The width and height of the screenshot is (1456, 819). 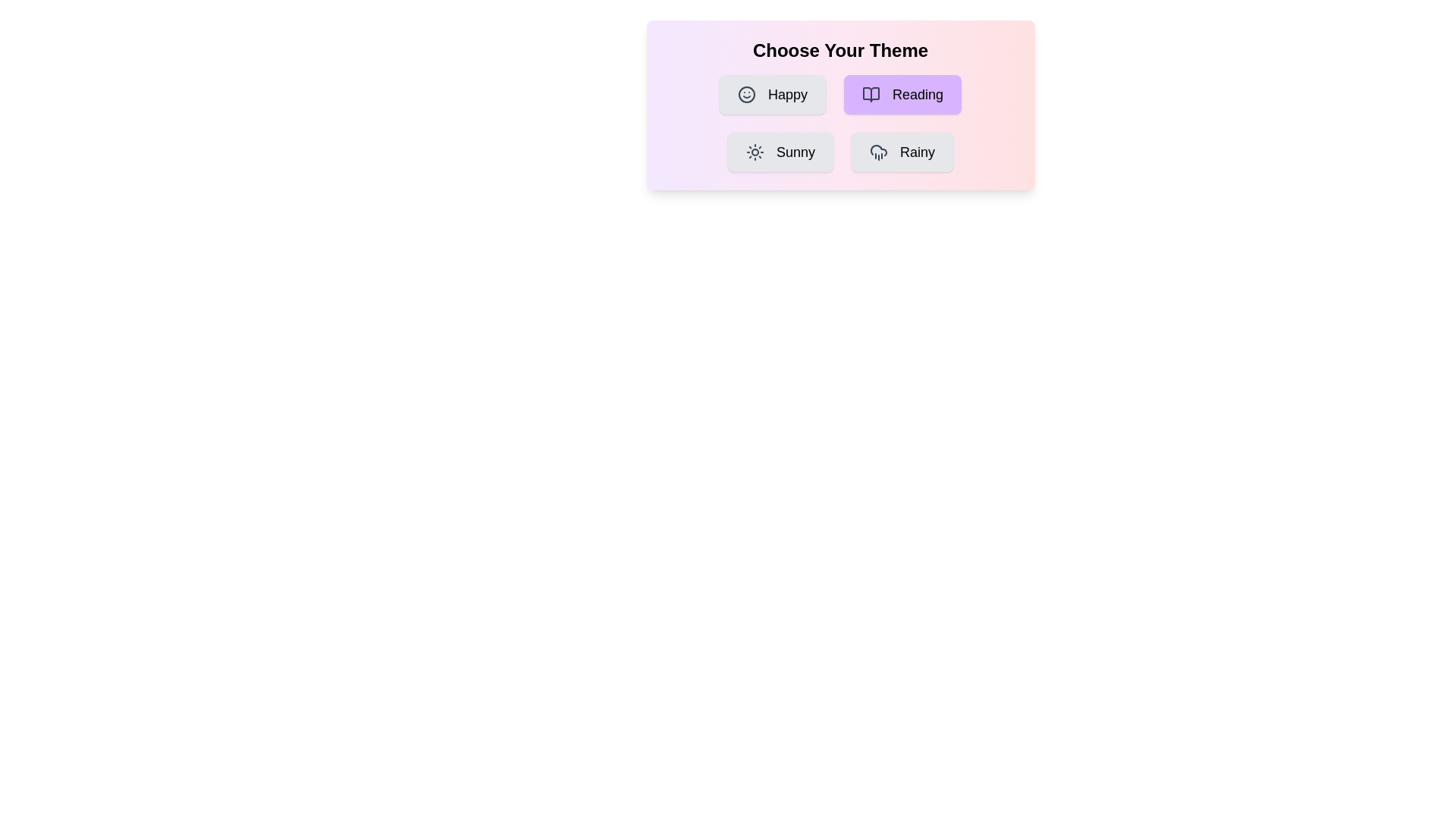 I want to click on the theme Rainy by clicking on its button, so click(x=902, y=152).